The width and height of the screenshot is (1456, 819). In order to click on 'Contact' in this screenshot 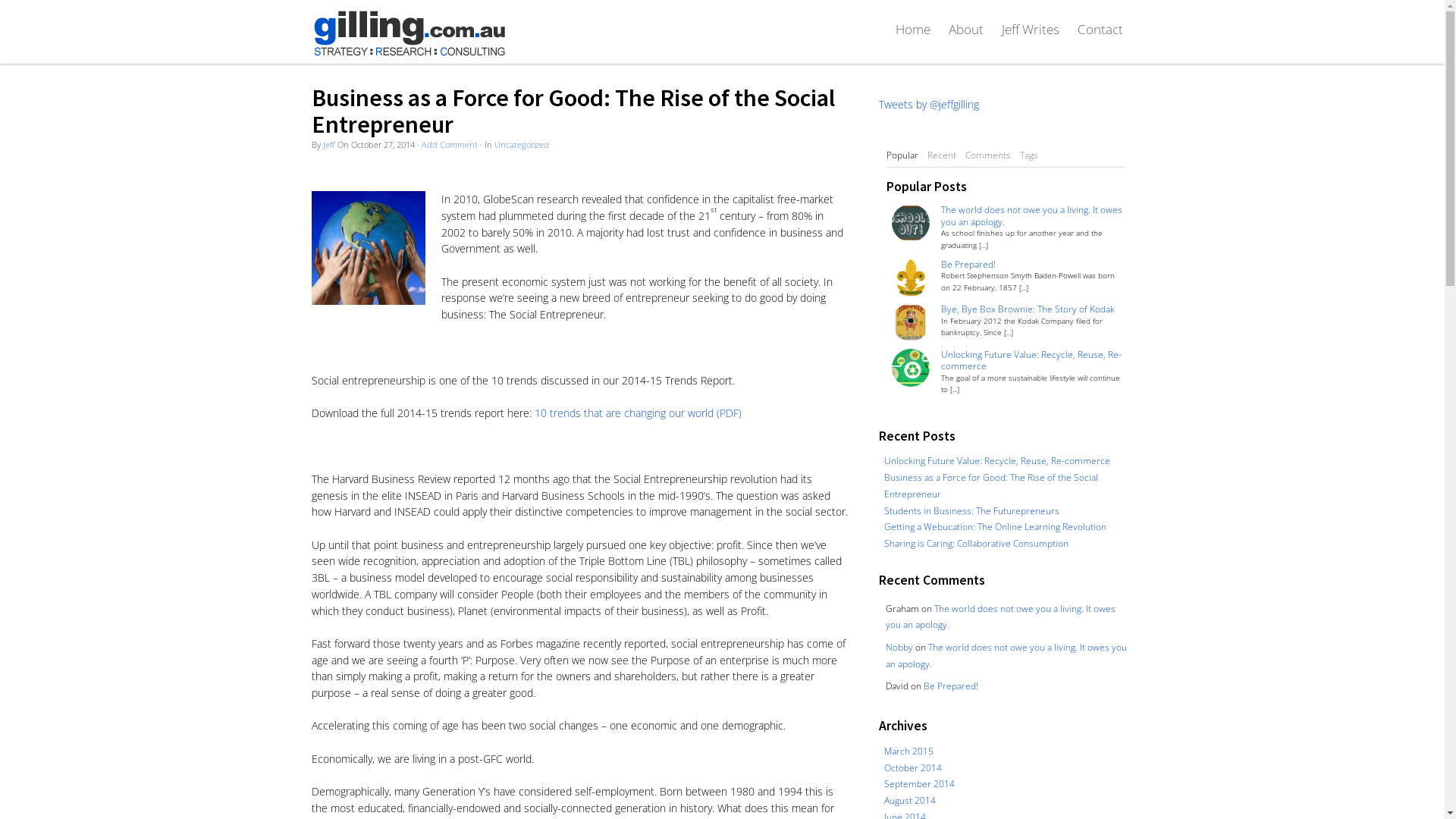, I will do `click(1099, 29)`.